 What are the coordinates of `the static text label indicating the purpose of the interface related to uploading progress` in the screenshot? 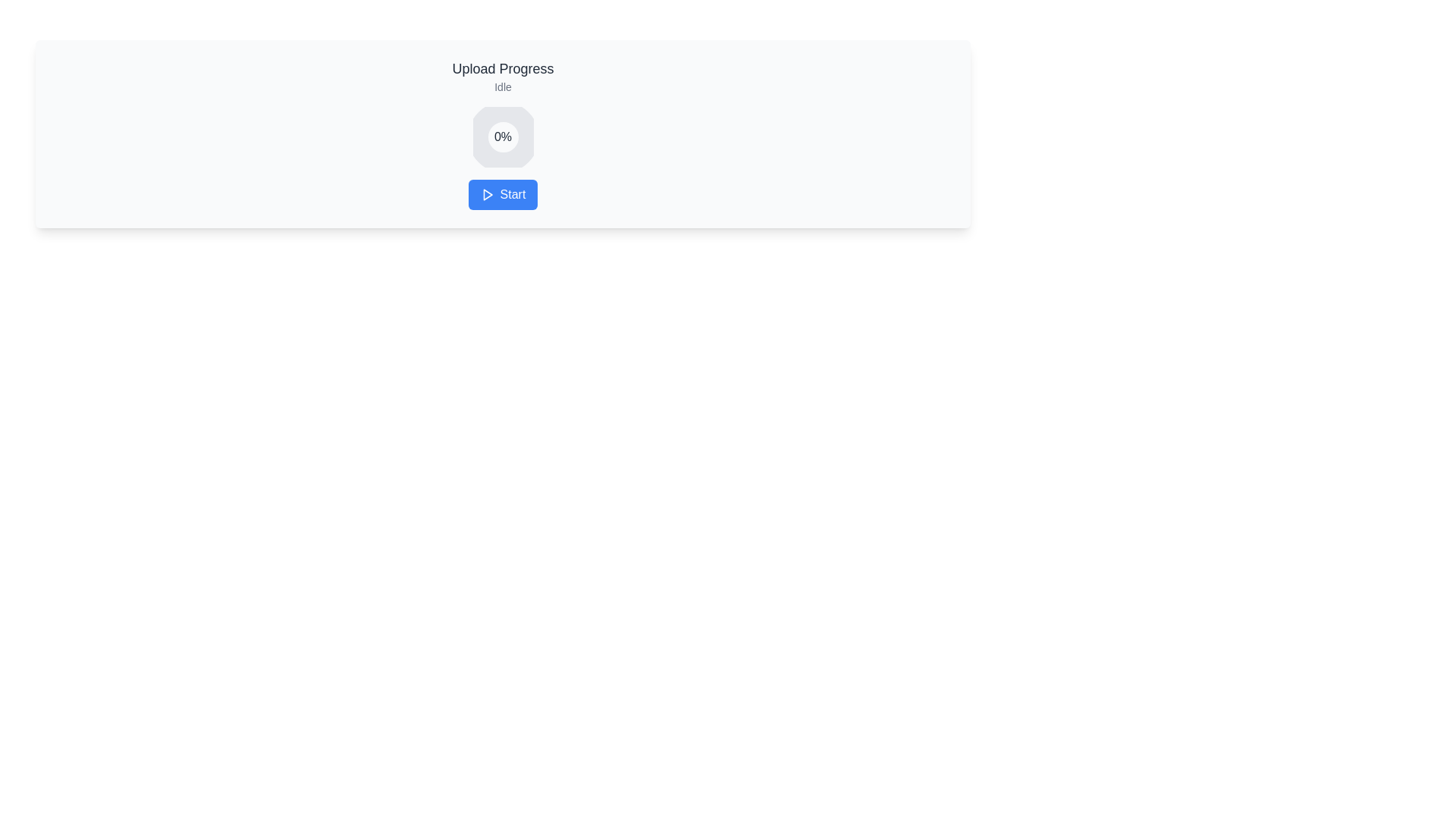 It's located at (503, 69).